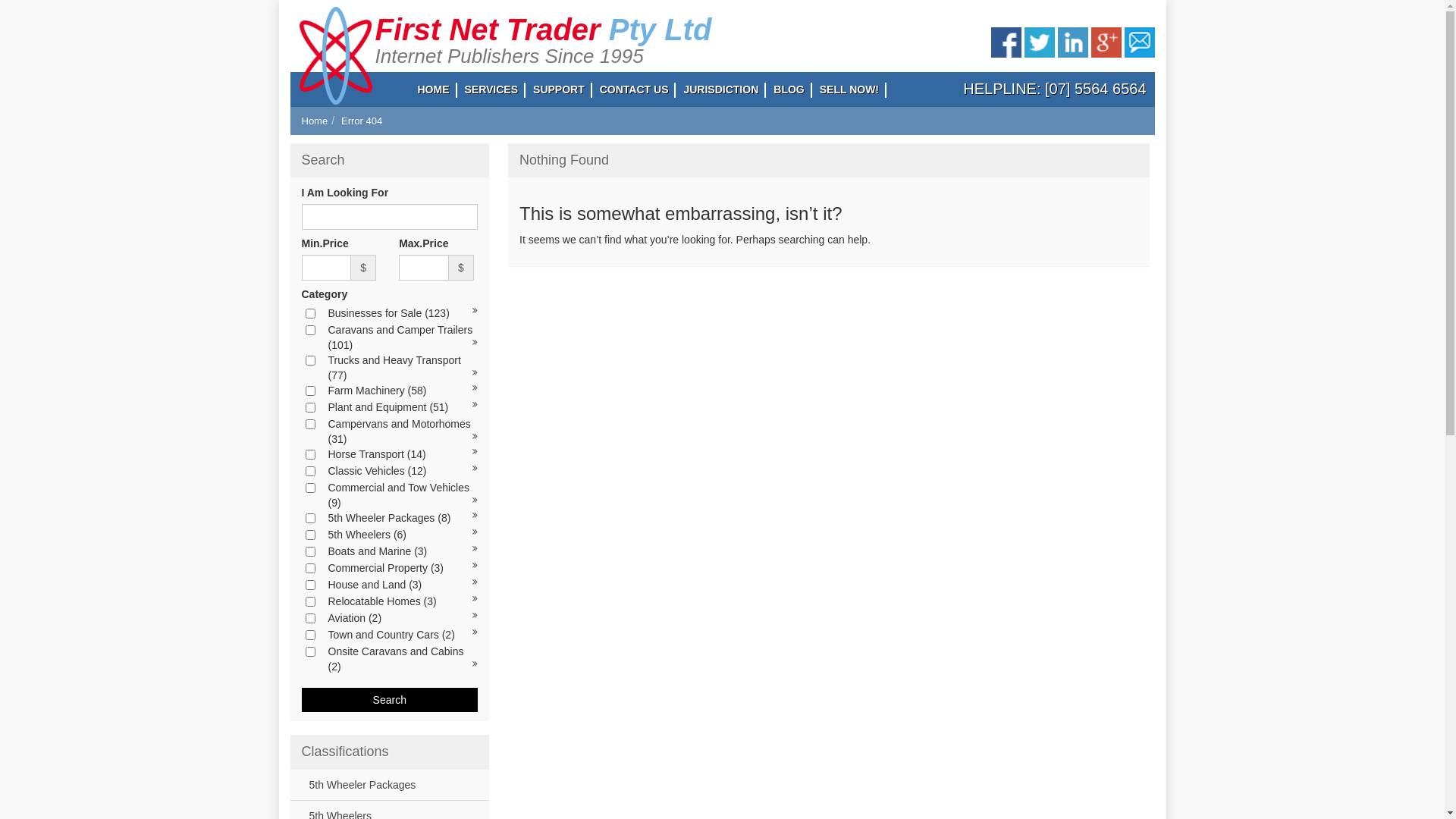 The image size is (1456, 819). Describe the element at coordinates (358, 784) in the screenshot. I see `'5th Wheeler Packages'` at that location.